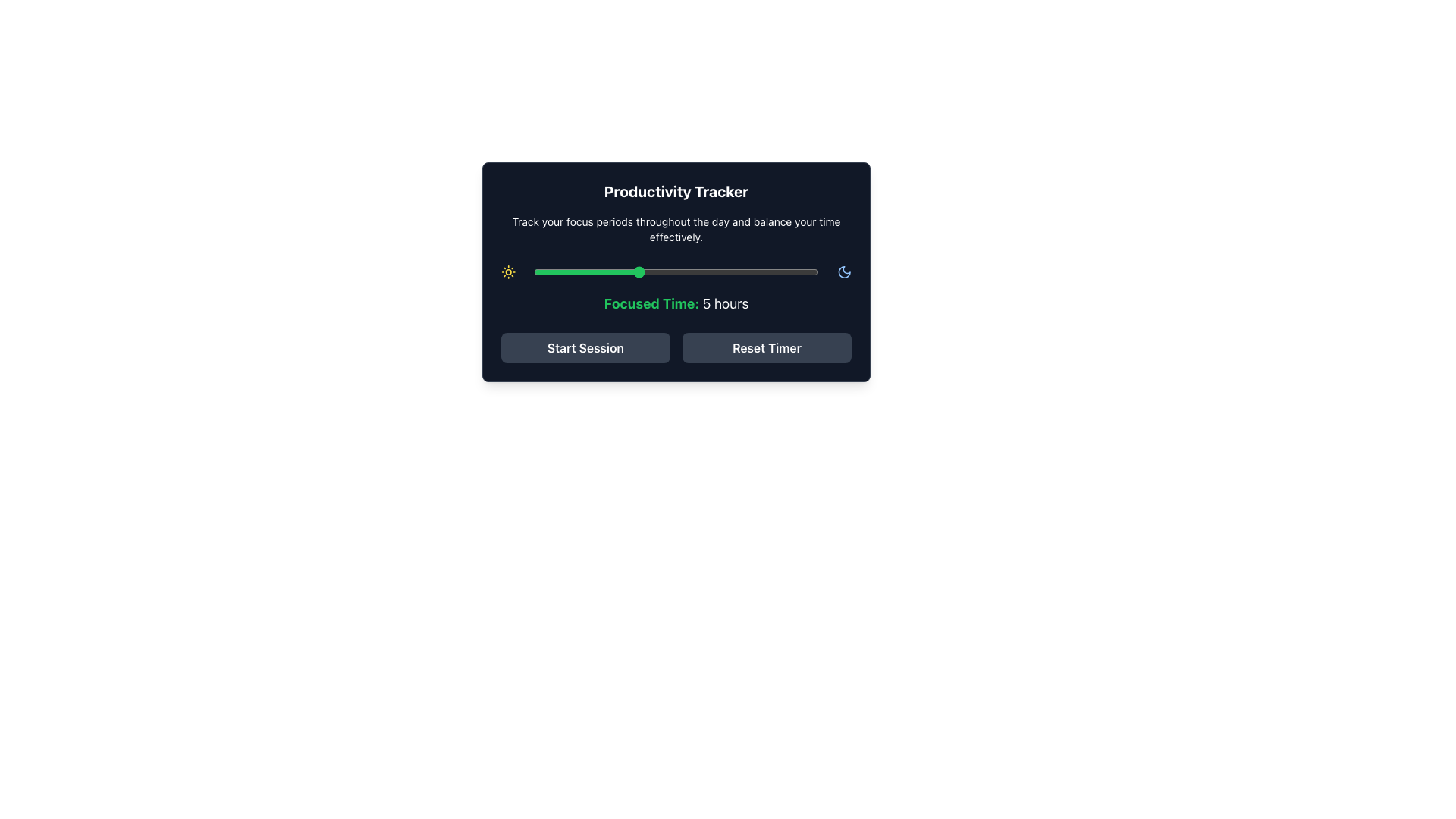  What do you see at coordinates (676, 271) in the screenshot?
I see `the horizontal range slider located in the productivity tracker card interface` at bounding box center [676, 271].